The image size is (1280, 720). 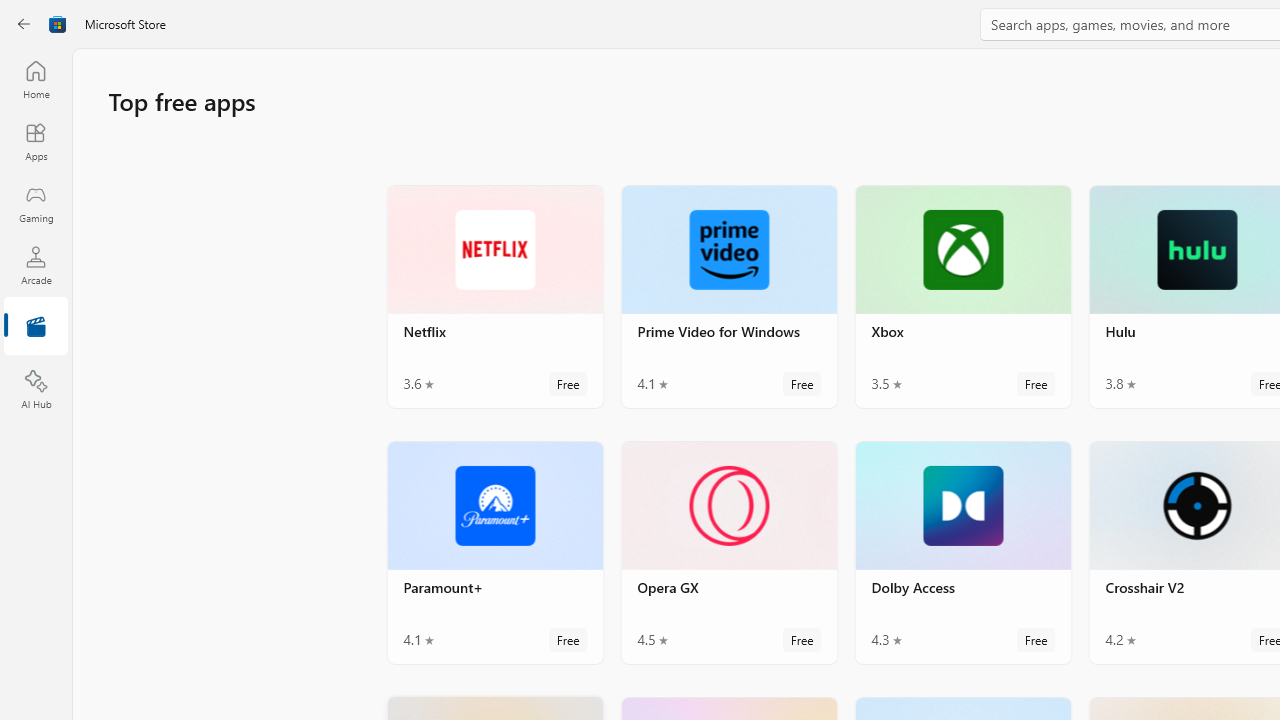 I want to click on 'Home', so click(x=35, y=78).